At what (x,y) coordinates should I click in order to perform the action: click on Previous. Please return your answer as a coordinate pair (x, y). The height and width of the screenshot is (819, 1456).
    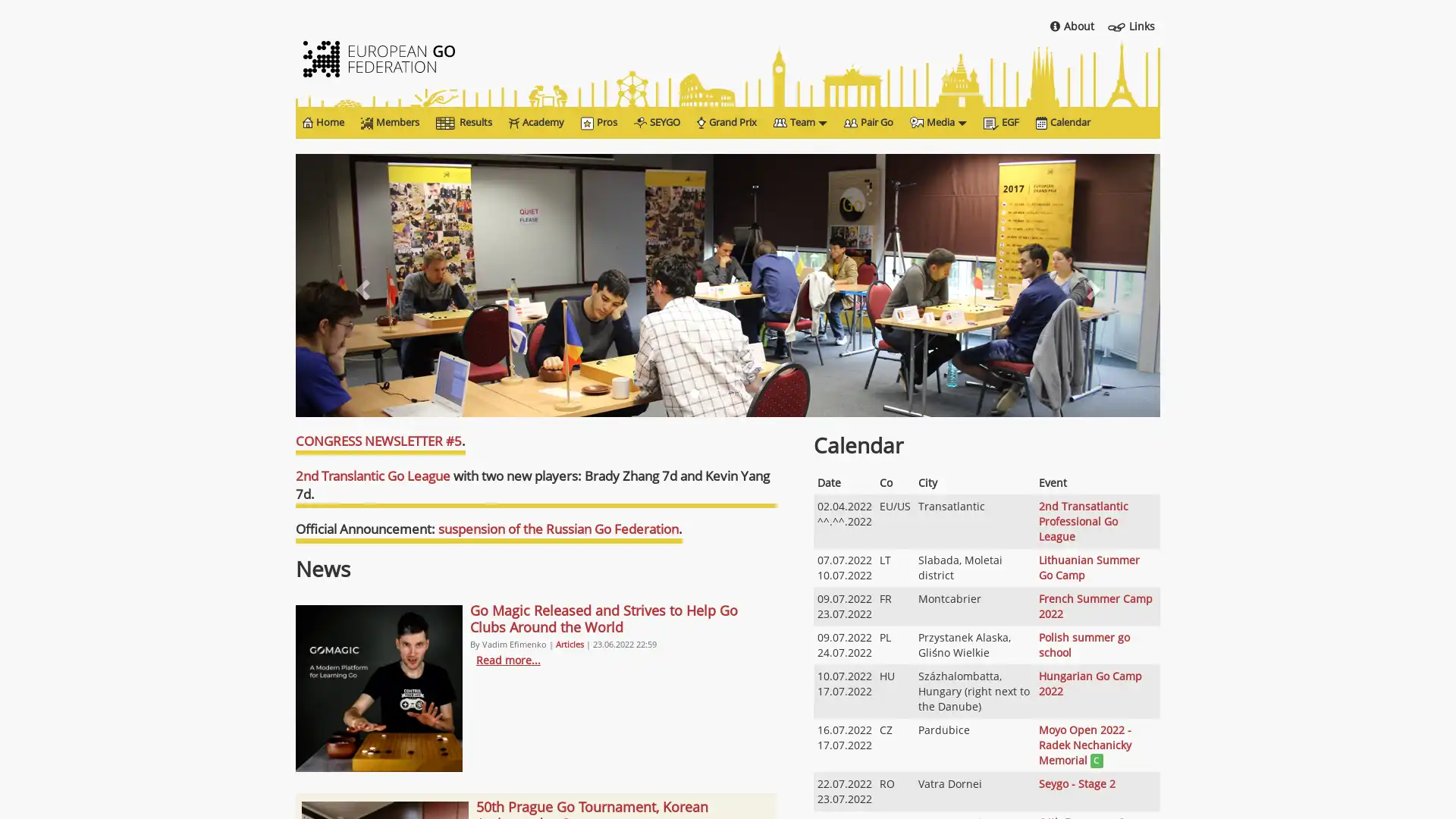
    Looking at the image, I should click on (359, 284).